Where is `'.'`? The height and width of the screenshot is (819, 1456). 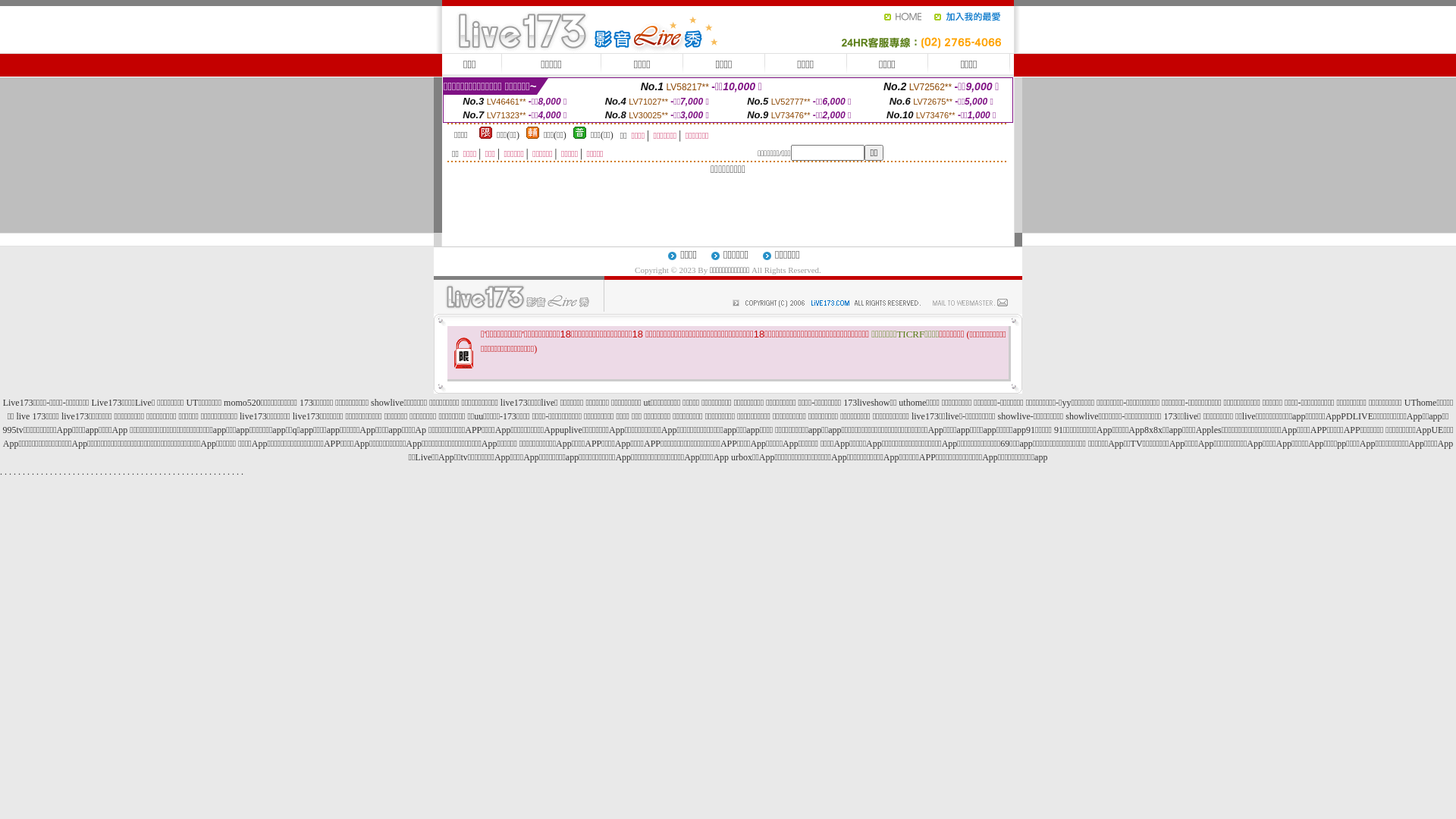 '.' is located at coordinates (46, 470).